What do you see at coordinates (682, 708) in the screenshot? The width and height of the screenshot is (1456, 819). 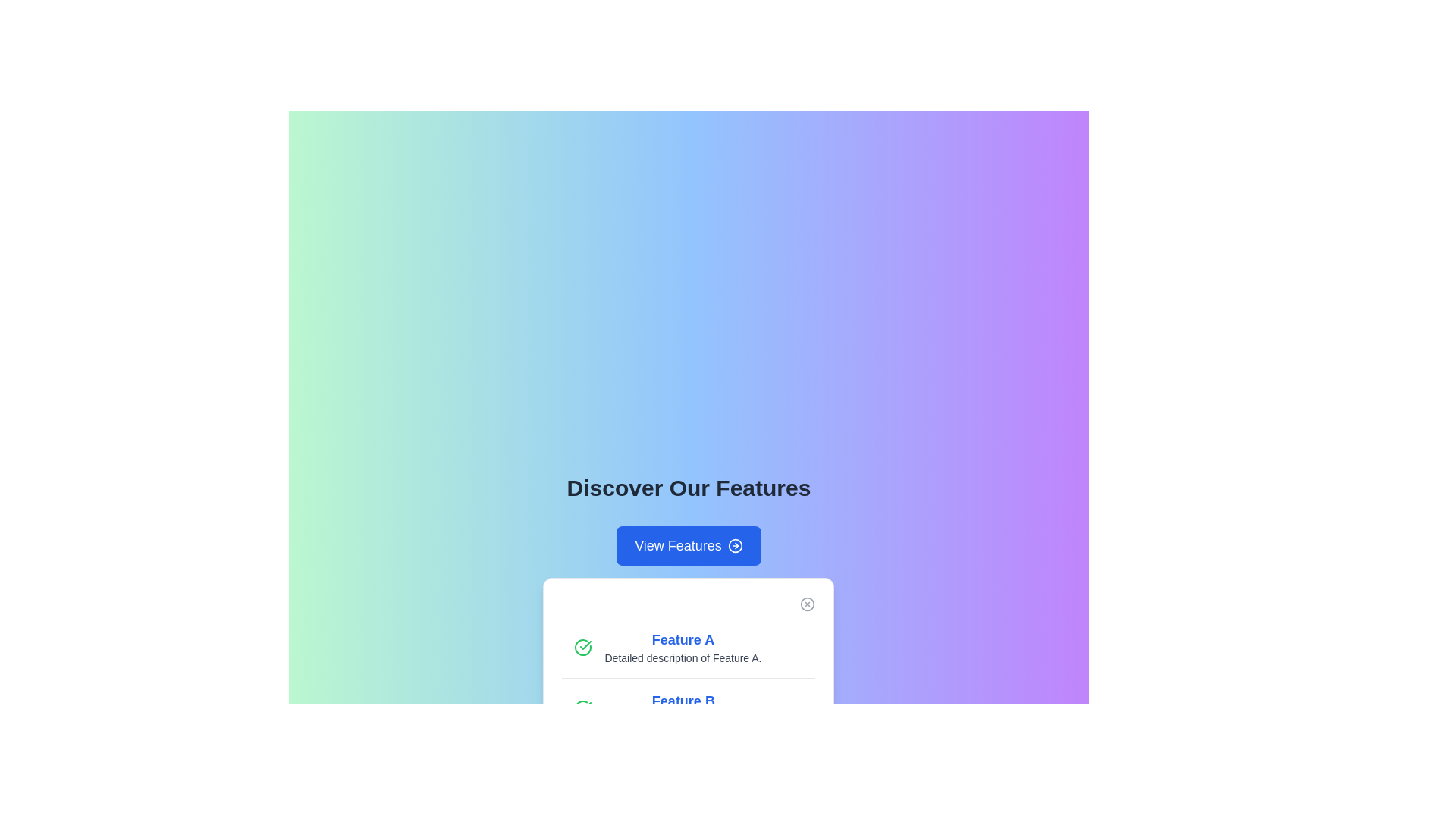 I see `the label that identifies a feature in the vertically stacked list, located below 'Feature A'` at bounding box center [682, 708].